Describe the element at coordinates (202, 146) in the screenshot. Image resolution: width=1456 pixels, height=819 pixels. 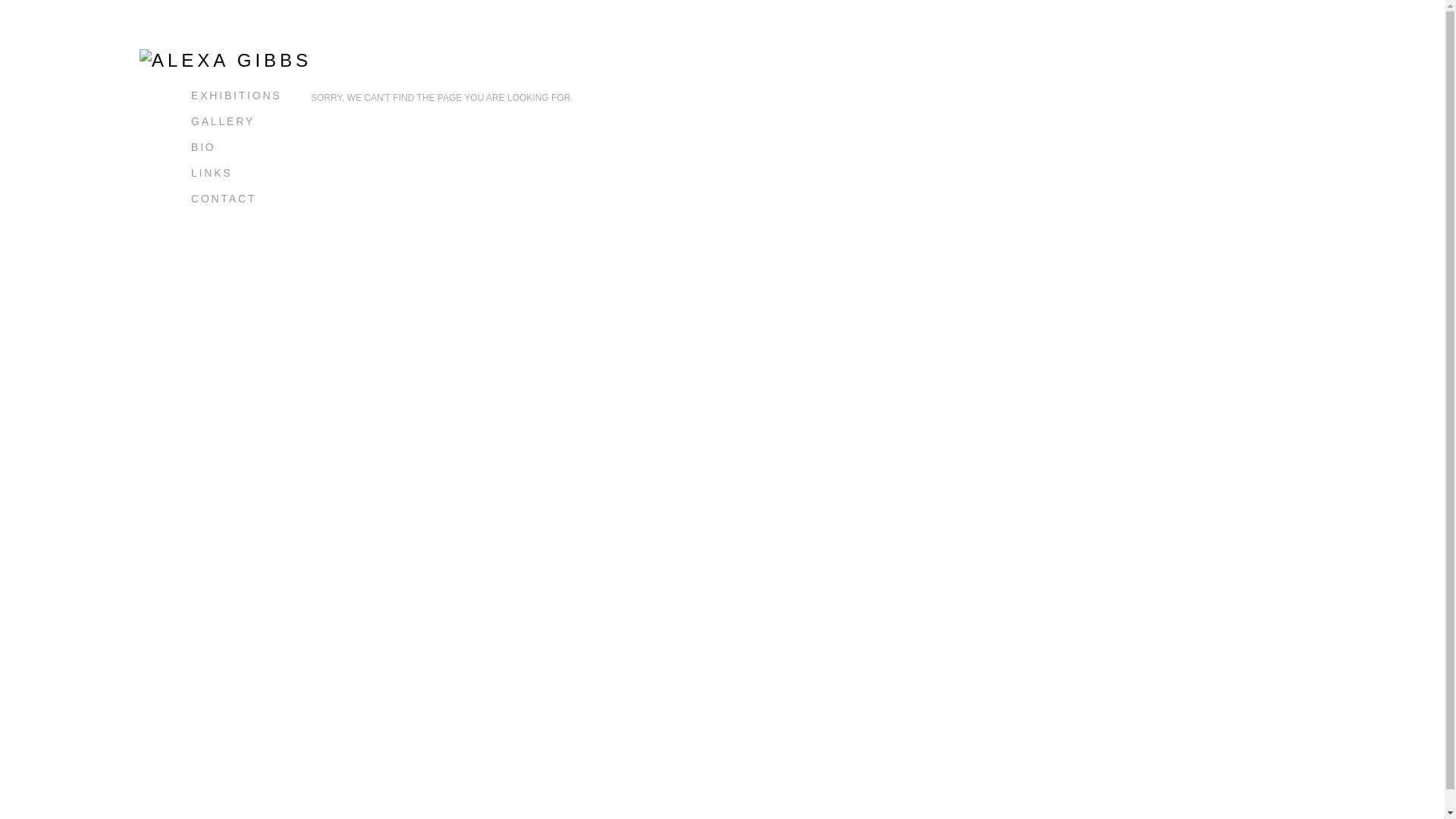
I see `'BIO'` at that location.